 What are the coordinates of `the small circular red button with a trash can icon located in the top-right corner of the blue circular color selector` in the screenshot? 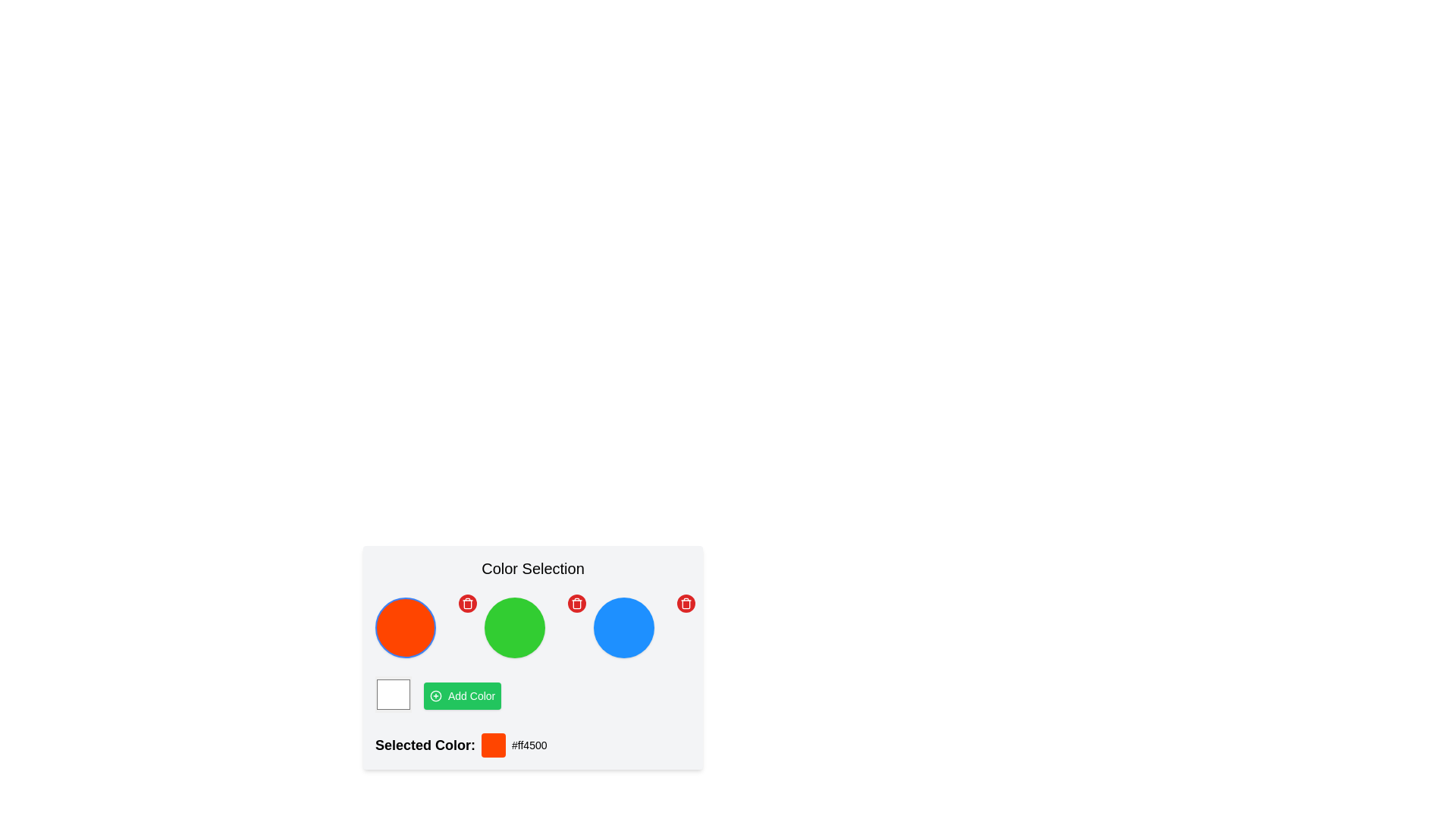 It's located at (686, 602).